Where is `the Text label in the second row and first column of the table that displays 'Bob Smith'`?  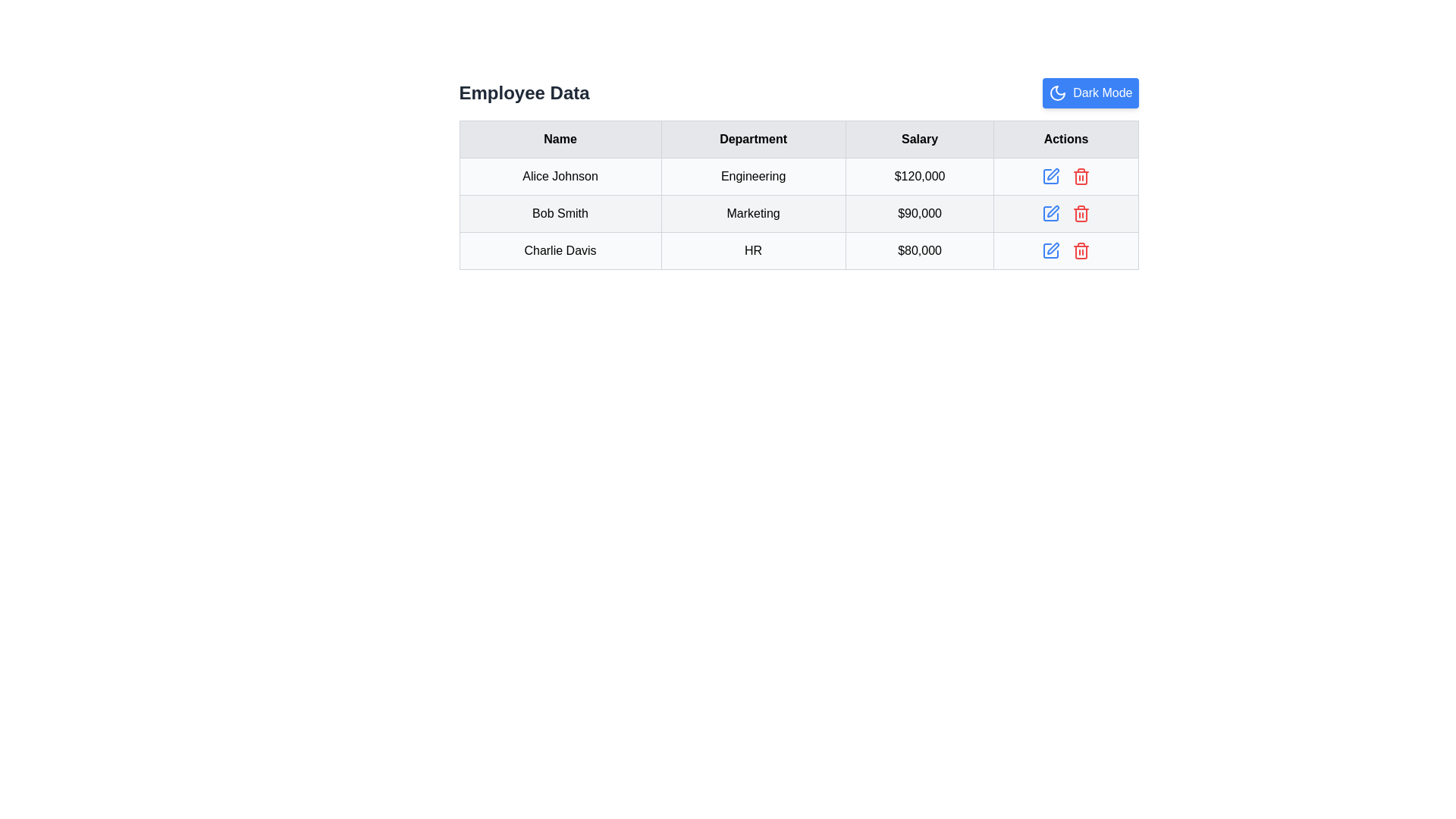
the Text label in the second row and first column of the table that displays 'Bob Smith' is located at coordinates (560, 213).